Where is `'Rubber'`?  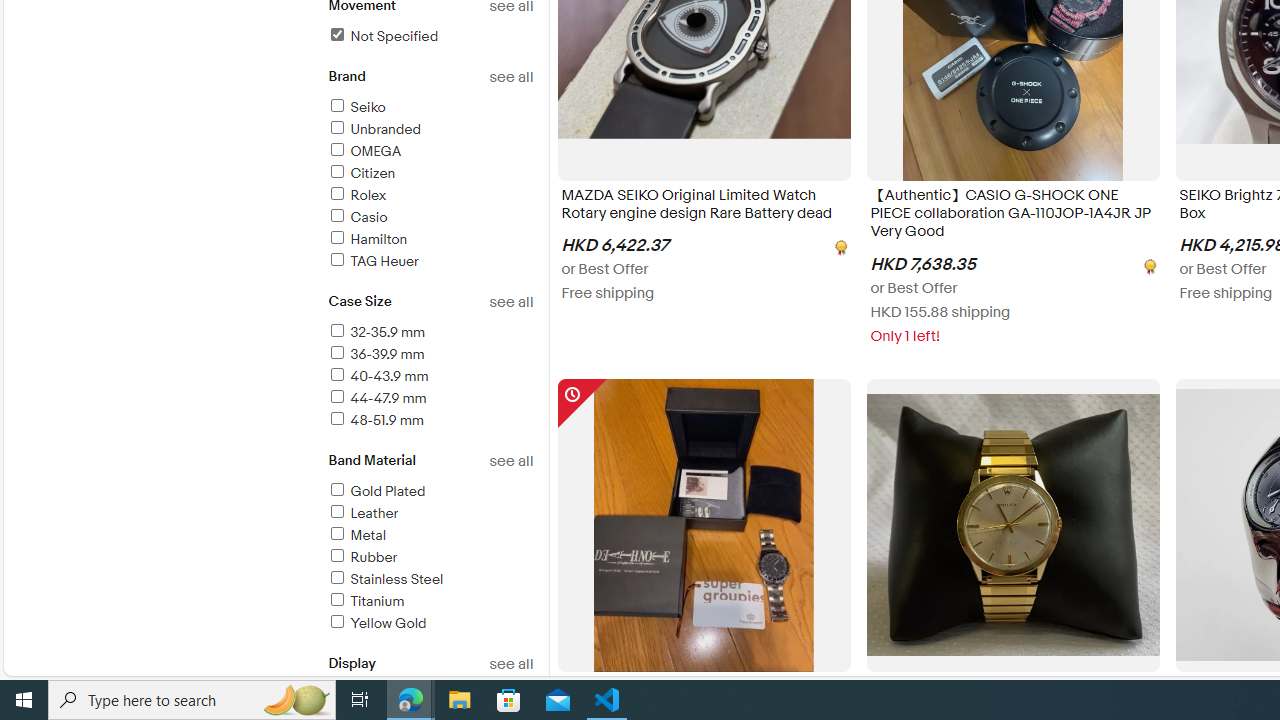
'Rubber' is located at coordinates (362, 557).